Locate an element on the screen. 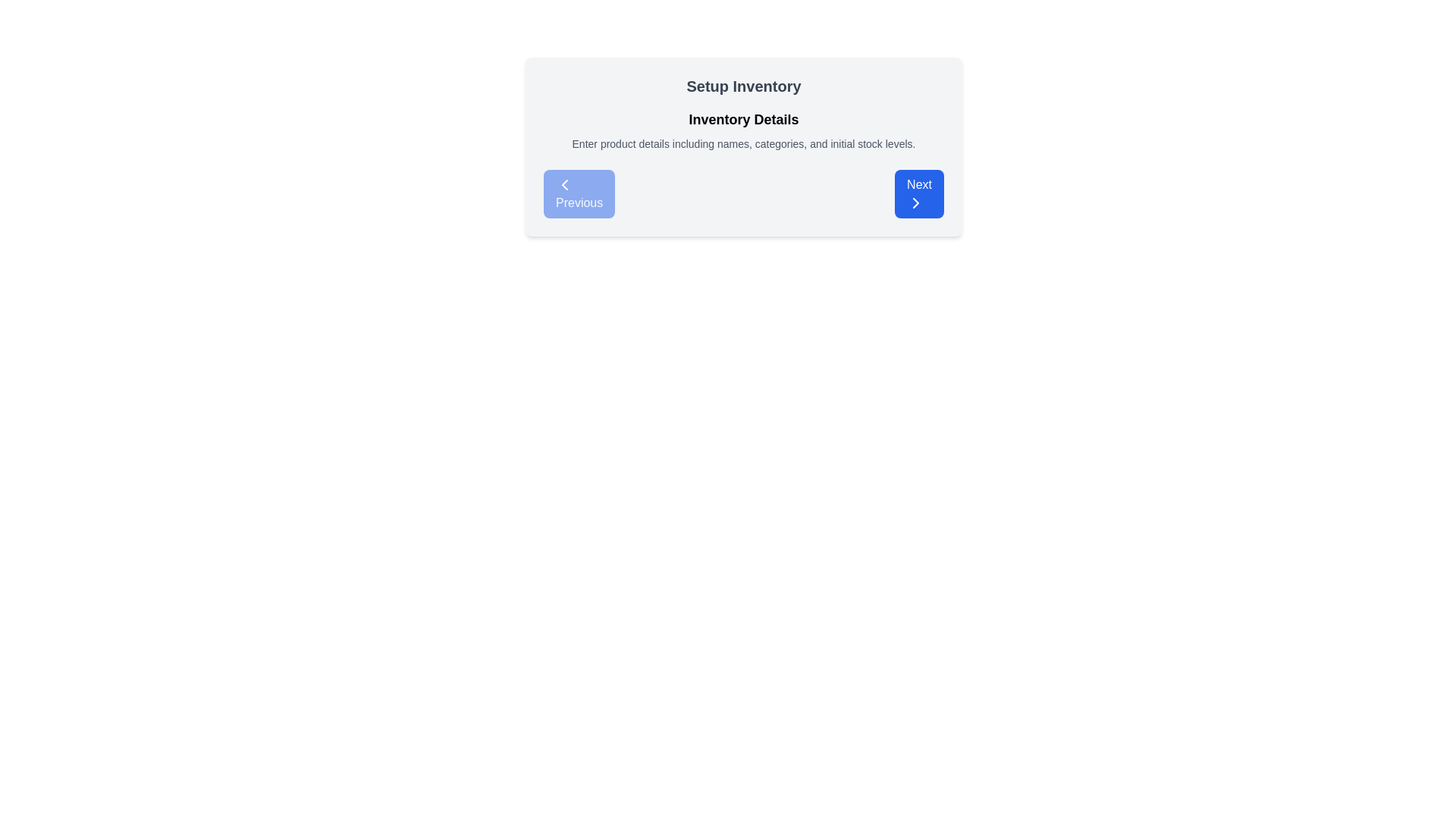 Image resolution: width=1456 pixels, height=819 pixels. the 'Previous' button with a blue background and white text is located at coordinates (579, 193).